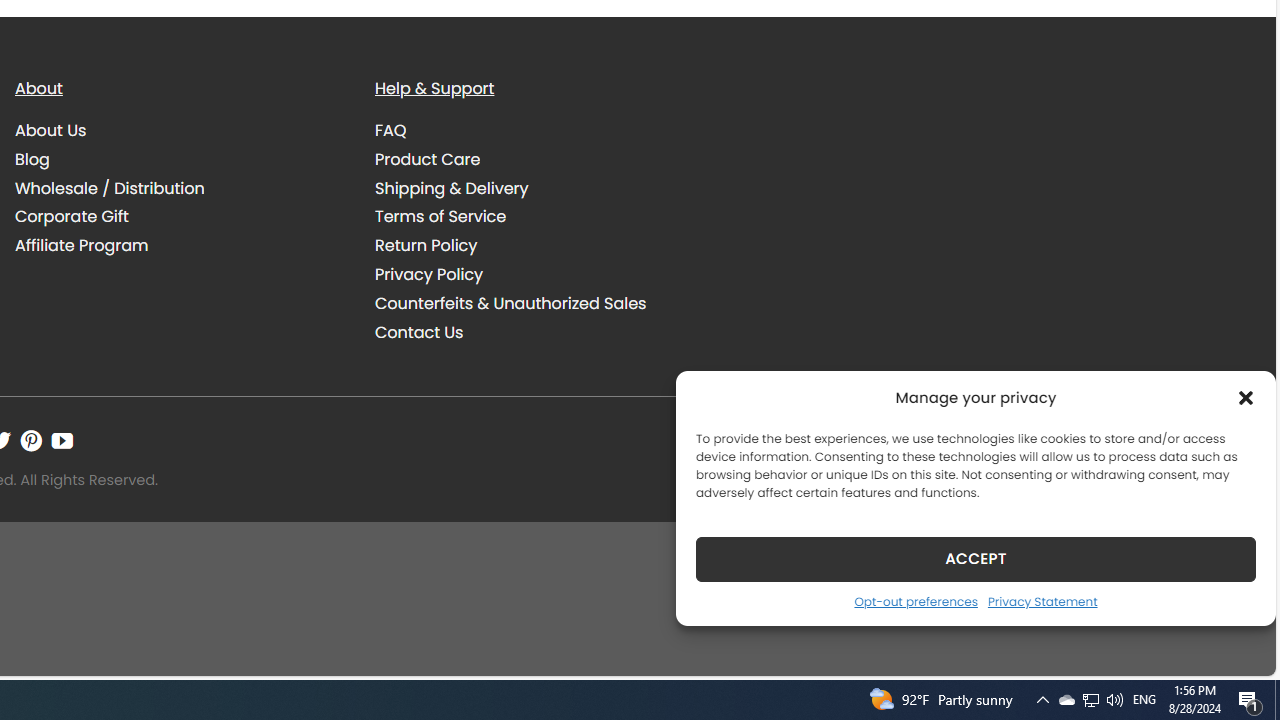  Describe the element at coordinates (914, 600) in the screenshot. I see `'Opt-out preferences'` at that location.